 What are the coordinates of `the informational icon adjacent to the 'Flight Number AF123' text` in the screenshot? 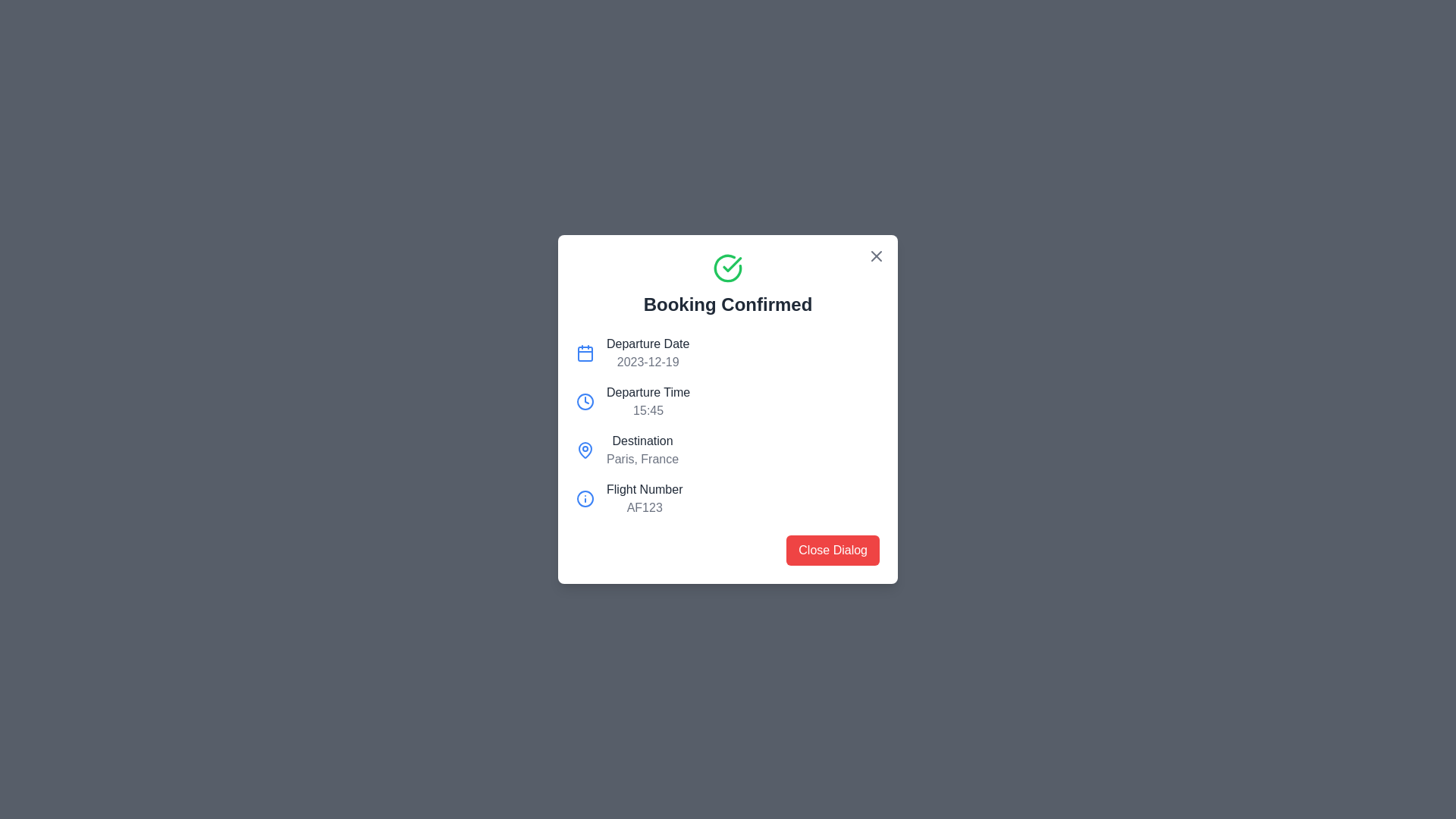 It's located at (585, 499).